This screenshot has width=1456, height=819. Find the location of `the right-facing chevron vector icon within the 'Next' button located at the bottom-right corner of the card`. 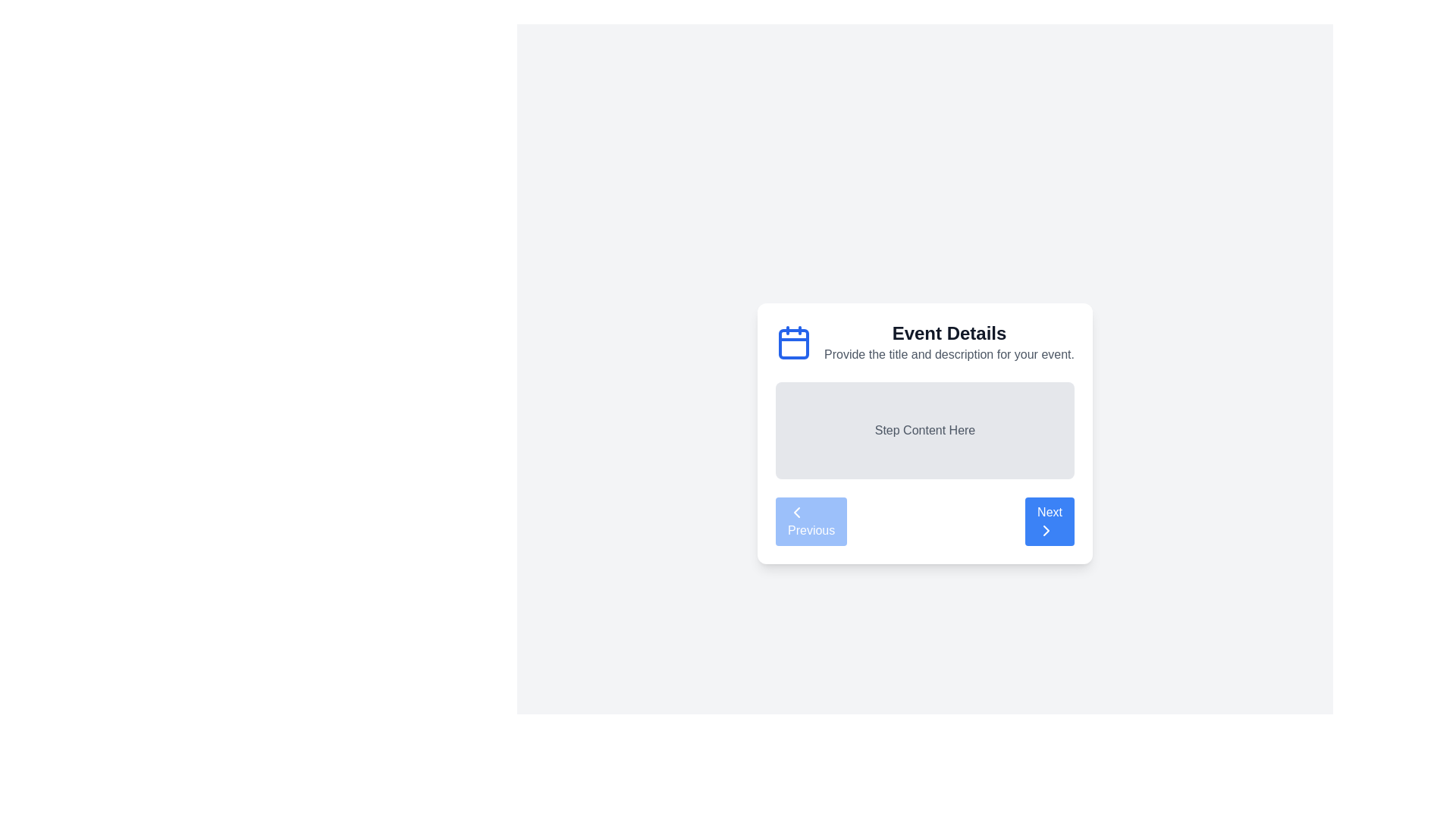

the right-facing chevron vector icon within the 'Next' button located at the bottom-right corner of the card is located at coordinates (1046, 529).